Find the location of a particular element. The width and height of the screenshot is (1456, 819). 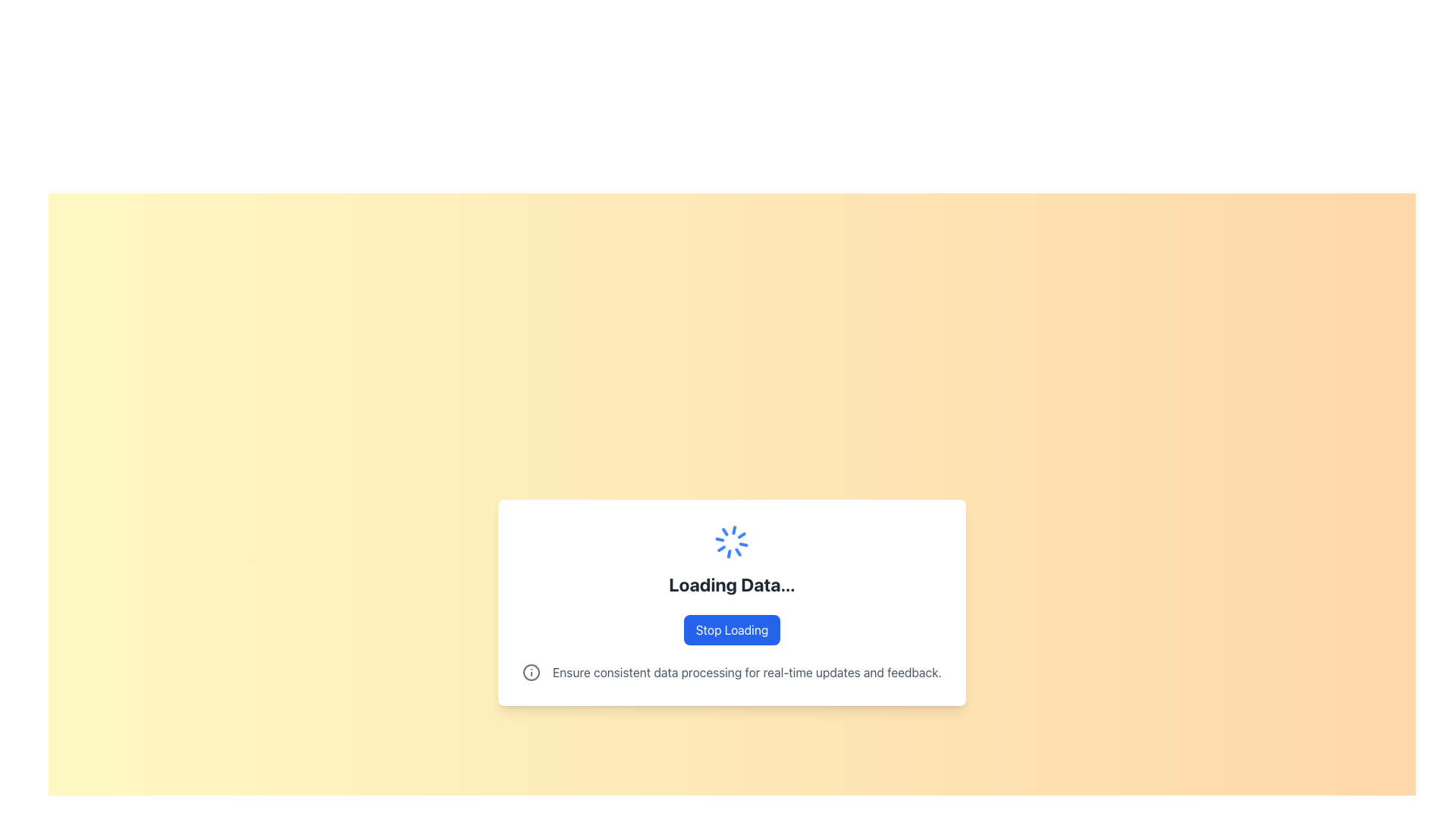

information displayed in the Informational modal which shows 'Loading Data...' and additional details below it is located at coordinates (732, 601).